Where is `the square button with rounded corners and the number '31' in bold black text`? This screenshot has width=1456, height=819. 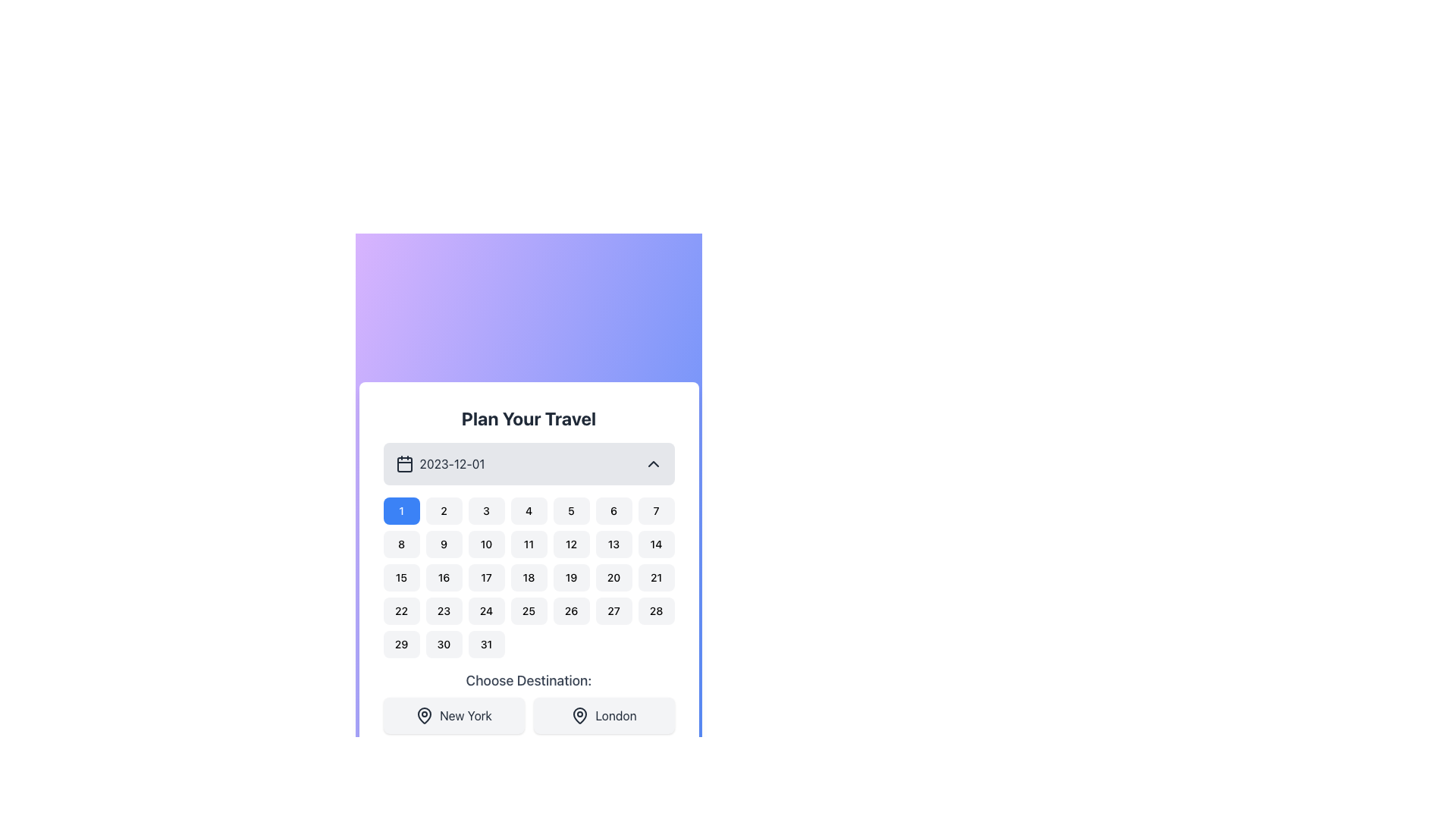
the square button with rounded corners and the number '31' in bold black text is located at coordinates (486, 644).